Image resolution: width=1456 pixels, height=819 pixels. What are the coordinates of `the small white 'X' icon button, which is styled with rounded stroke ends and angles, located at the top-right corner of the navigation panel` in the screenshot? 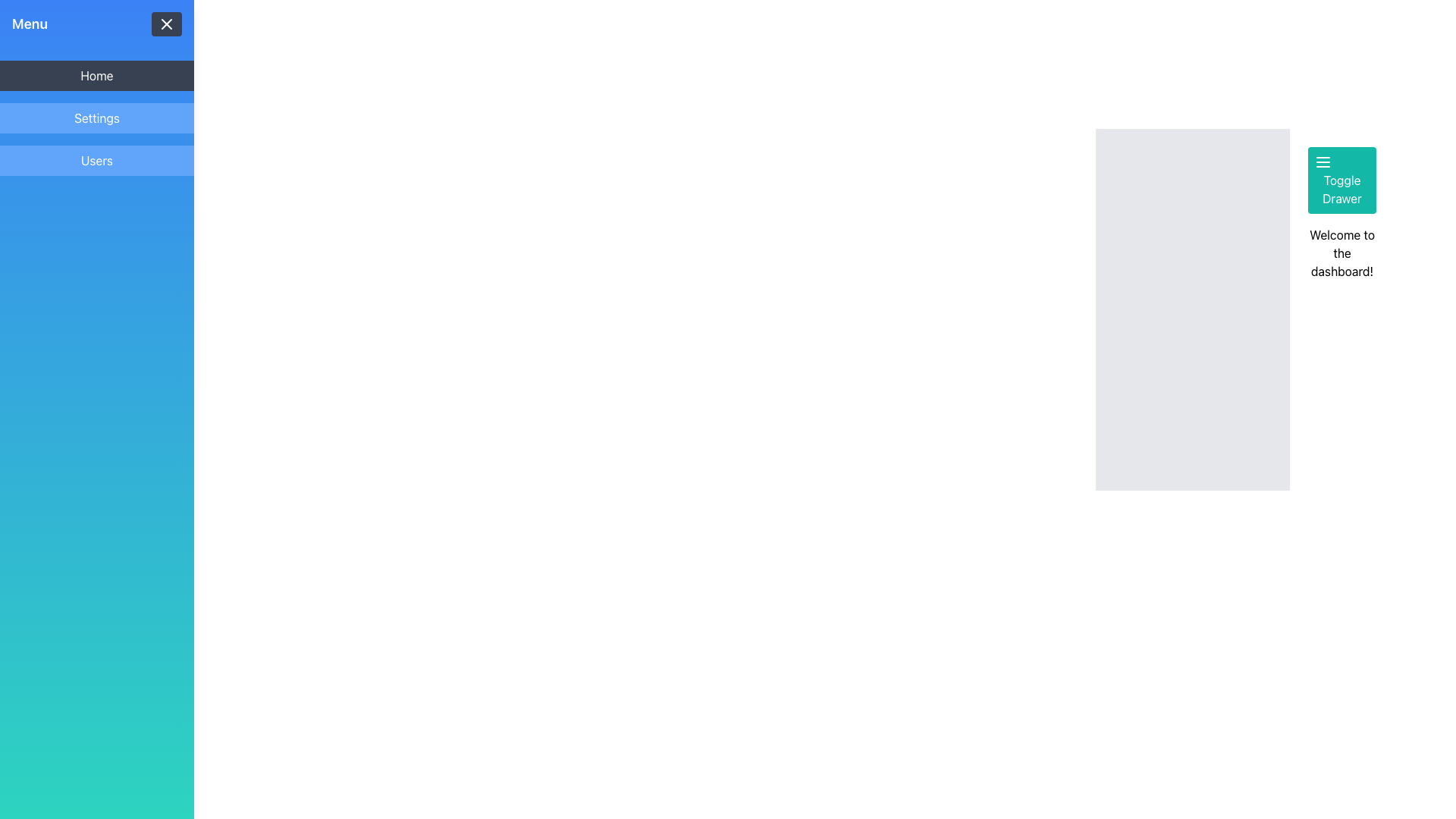 It's located at (167, 24).